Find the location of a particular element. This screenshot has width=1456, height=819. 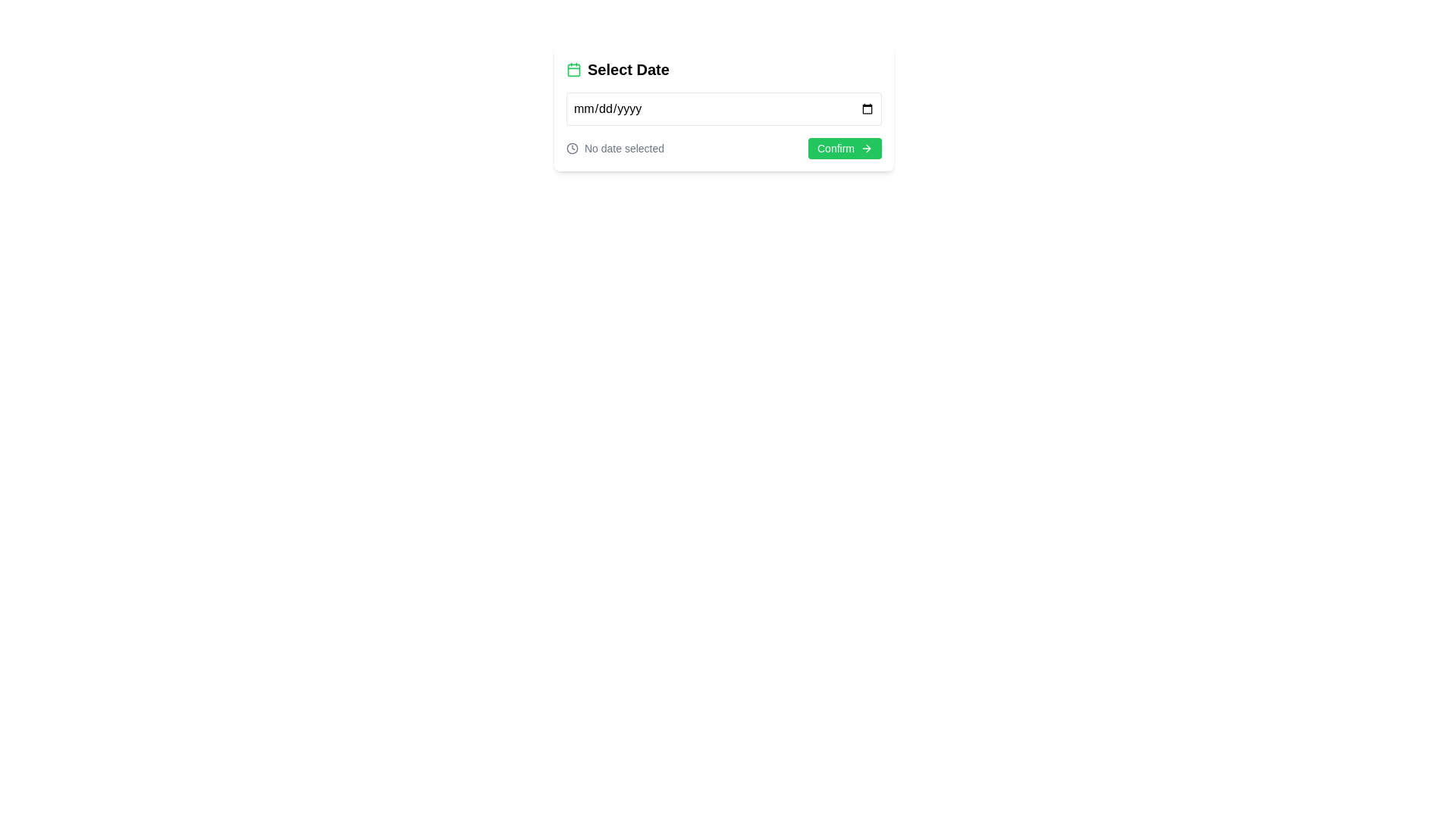

the calendar icon, which is the first component on the left within the 'Select Date' field, indicating its purpose for date selection is located at coordinates (573, 70).